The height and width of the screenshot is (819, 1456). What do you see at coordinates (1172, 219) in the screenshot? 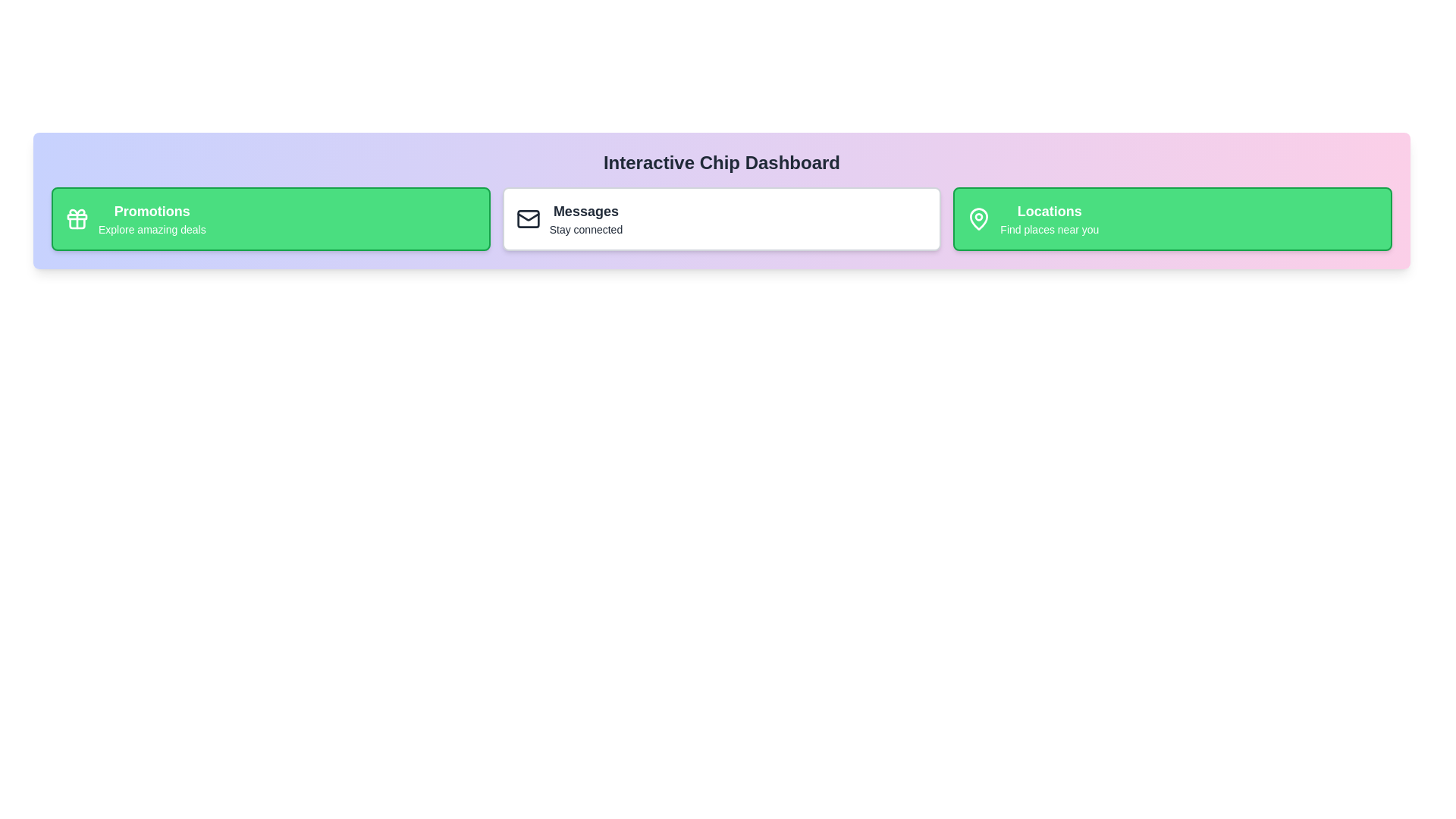
I see `the chip labeled Locations` at bounding box center [1172, 219].